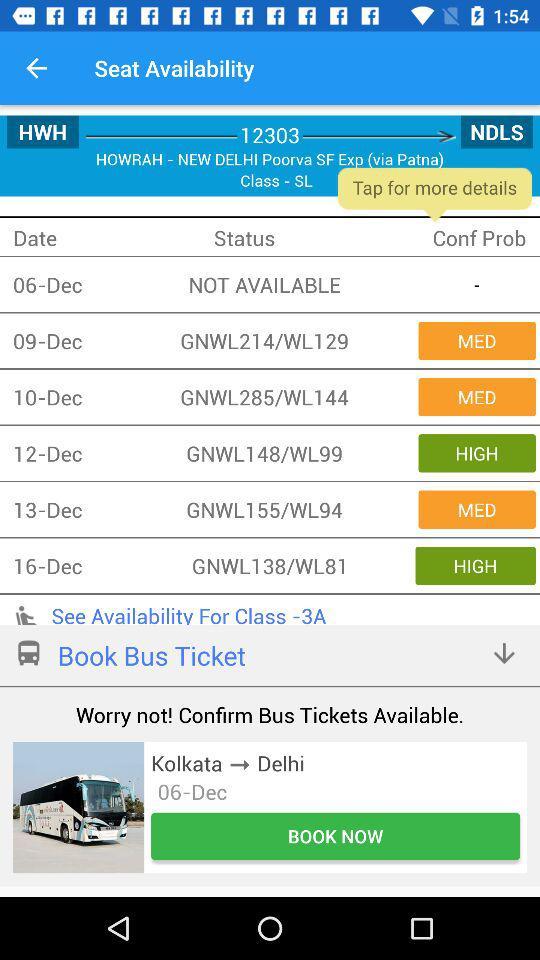  I want to click on the icon below 06-dec item, so click(335, 836).